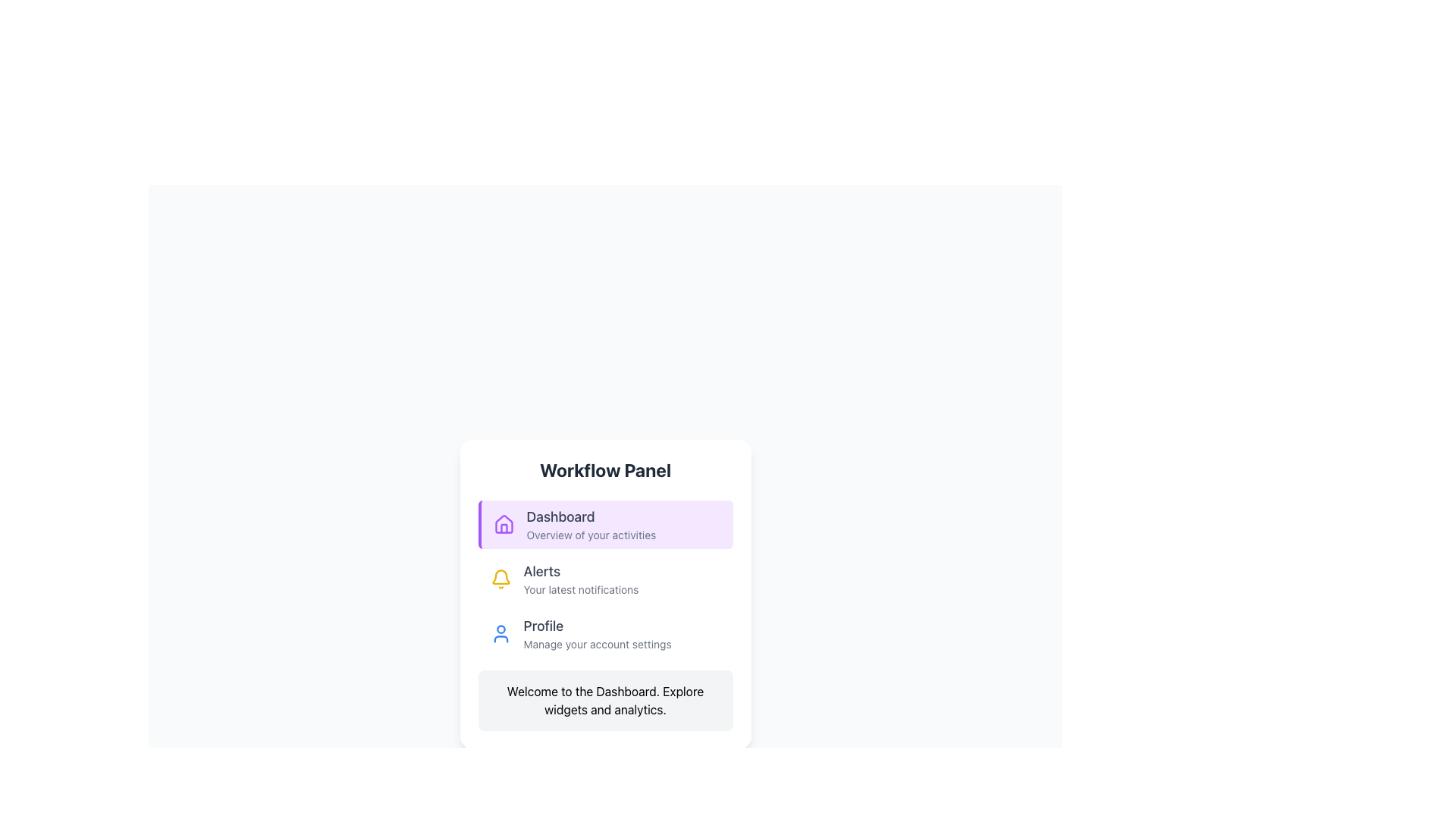  Describe the element at coordinates (500, 579) in the screenshot. I see `the 'Alerts' icon in the Workflow Panel` at that location.